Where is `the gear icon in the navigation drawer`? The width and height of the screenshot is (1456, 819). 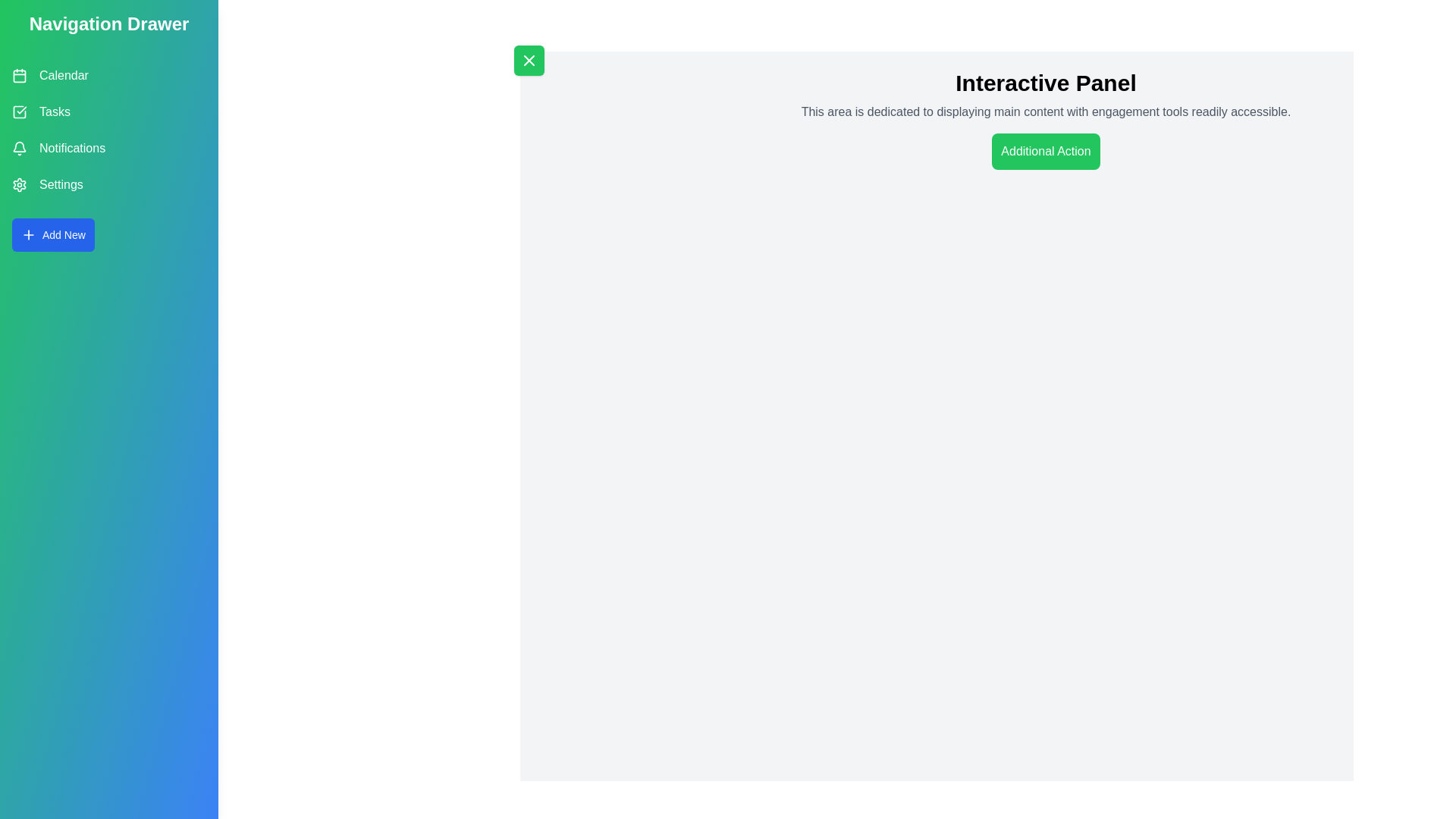 the gear icon in the navigation drawer is located at coordinates (18, 184).